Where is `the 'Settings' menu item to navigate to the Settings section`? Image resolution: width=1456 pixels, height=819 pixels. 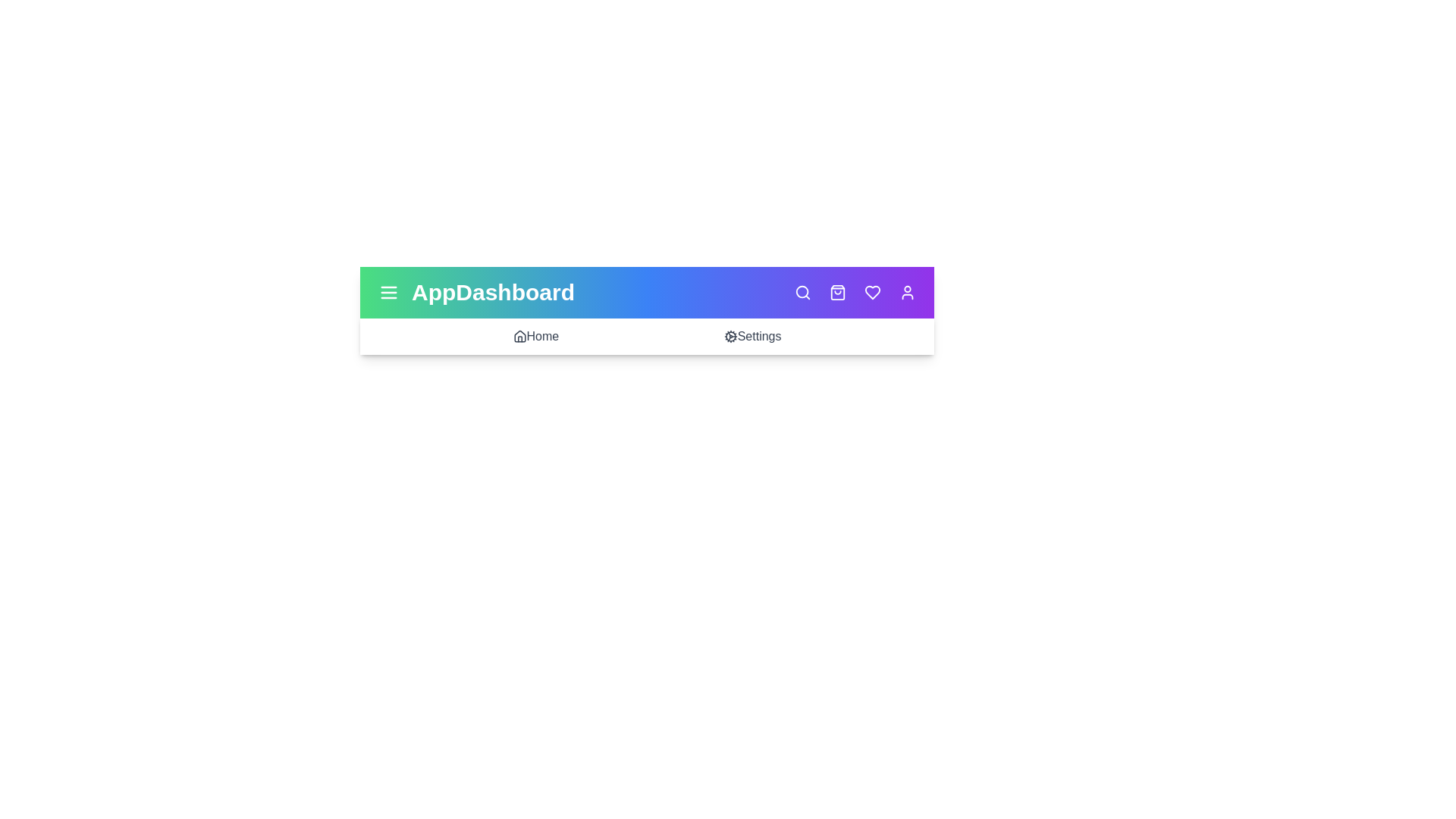 the 'Settings' menu item to navigate to the Settings section is located at coordinates (752, 335).